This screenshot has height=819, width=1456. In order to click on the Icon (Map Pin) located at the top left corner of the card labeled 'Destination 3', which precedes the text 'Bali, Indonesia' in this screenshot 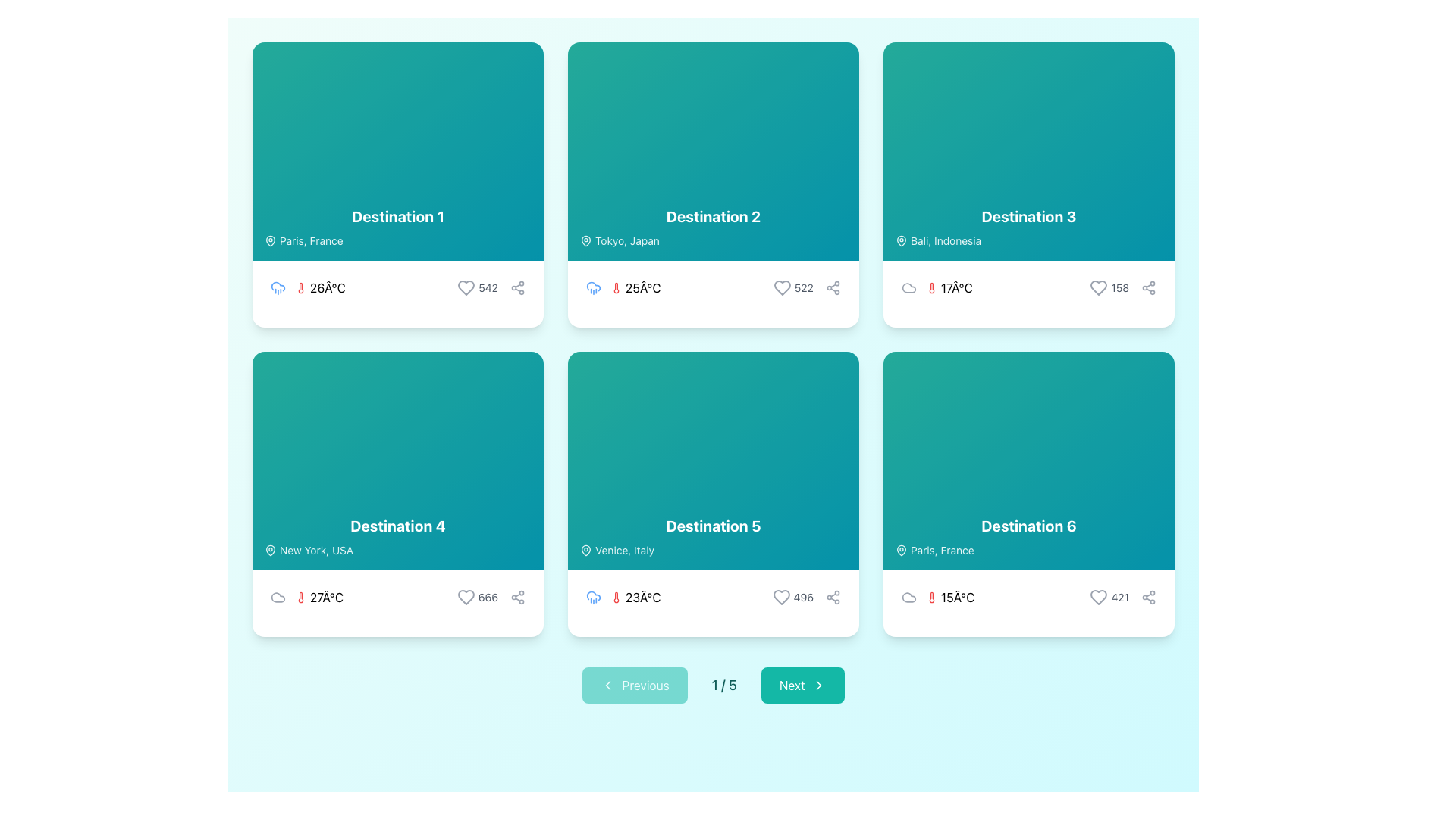, I will do `click(902, 239)`.